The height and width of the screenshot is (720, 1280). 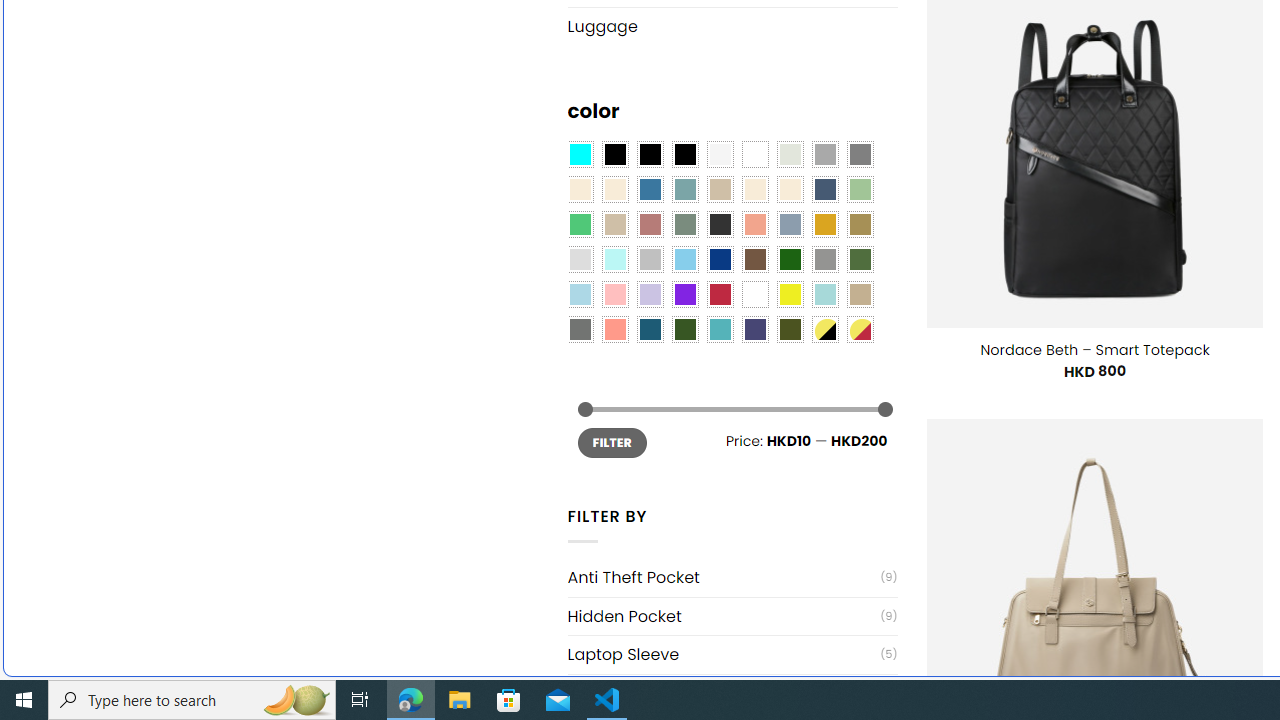 I want to click on 'Caramel', so click(x=754, y=190).